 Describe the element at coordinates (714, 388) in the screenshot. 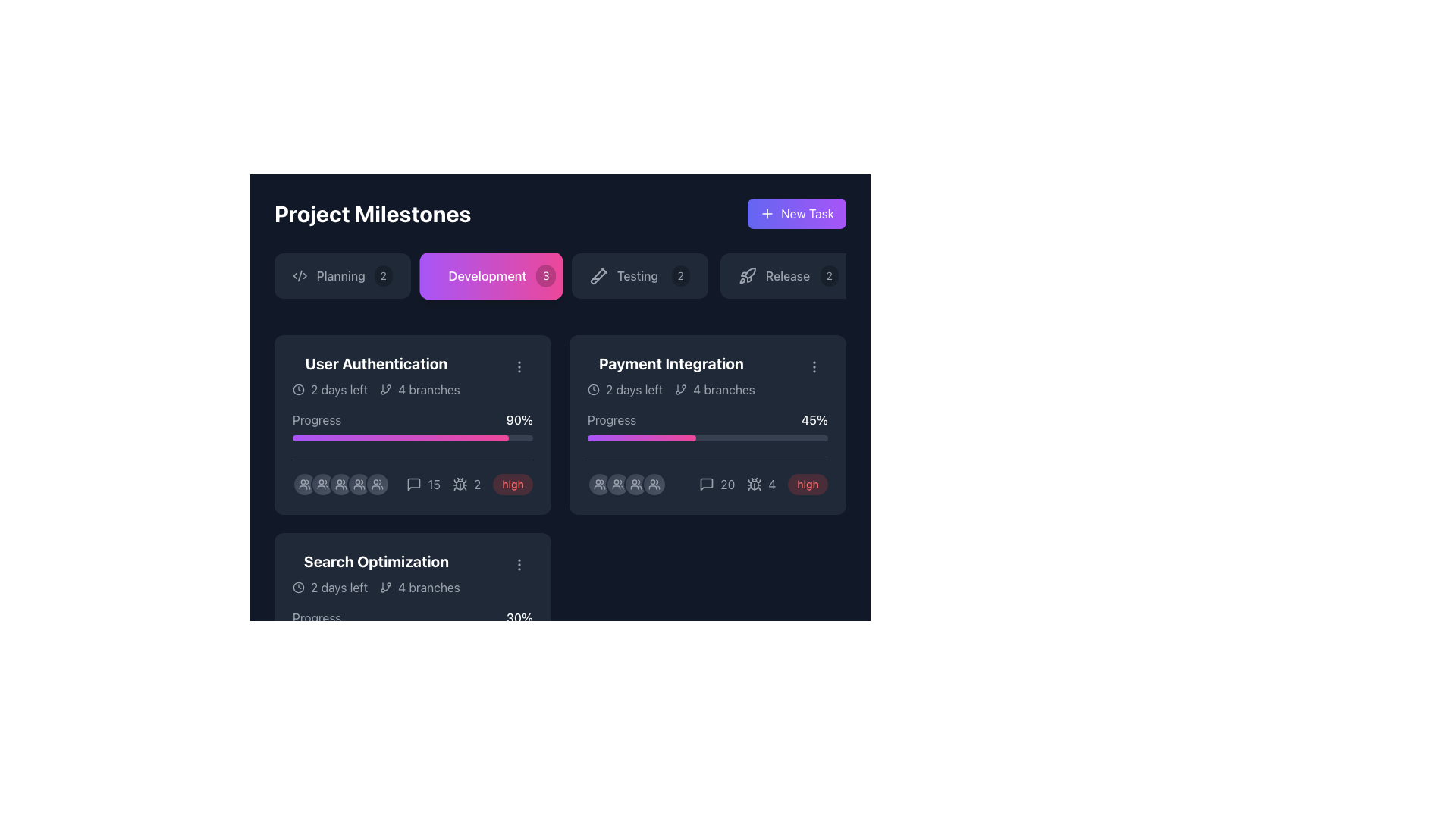

I see `the static informational text '4 branches' with an adjacent minimalist branch icon, located within the 'Payment Integration' card in the project's milestone section` at that location.